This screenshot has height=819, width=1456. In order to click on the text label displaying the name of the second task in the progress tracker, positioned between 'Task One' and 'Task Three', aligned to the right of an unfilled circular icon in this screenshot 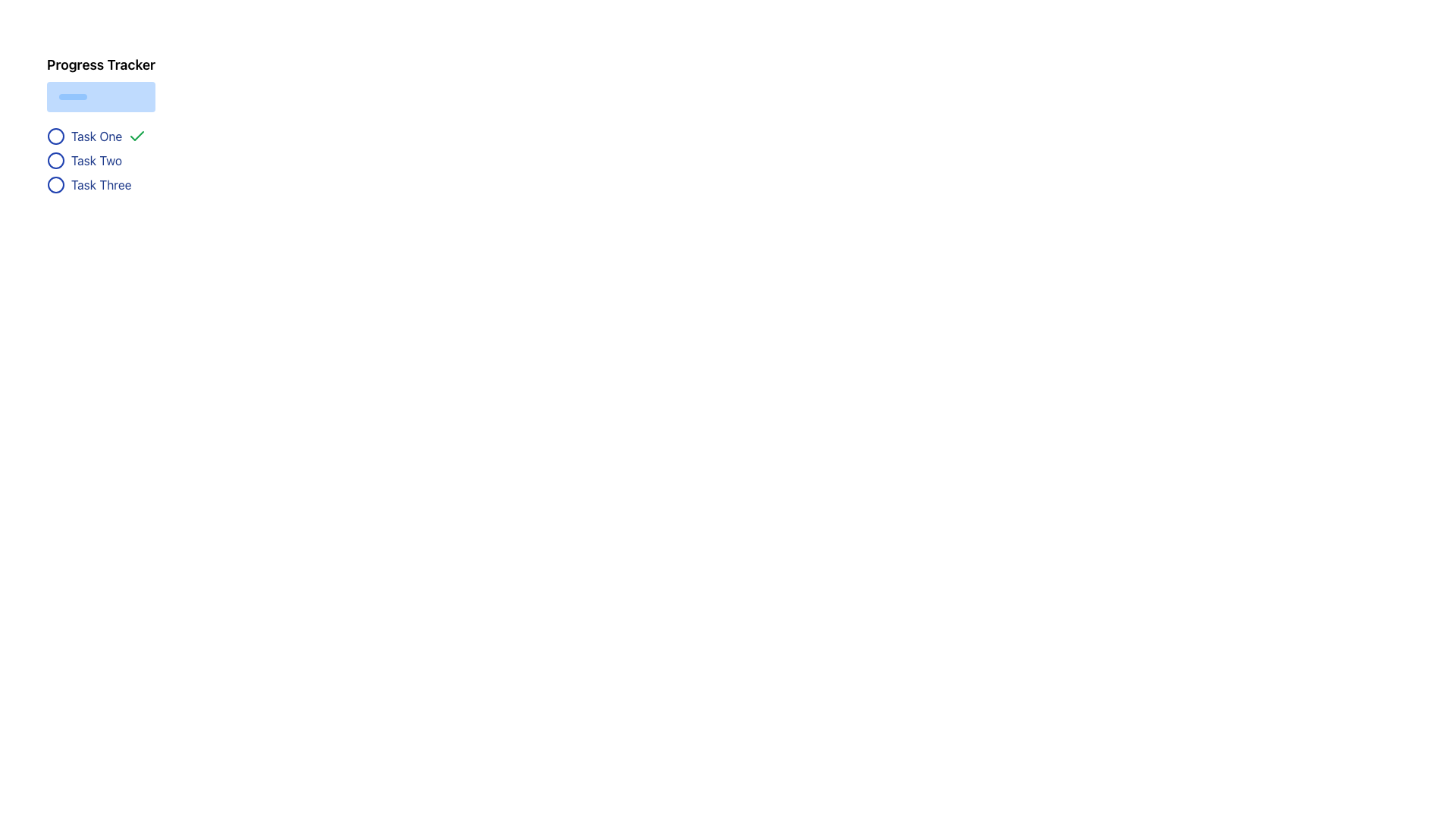, I will do `click(96, 161)`.